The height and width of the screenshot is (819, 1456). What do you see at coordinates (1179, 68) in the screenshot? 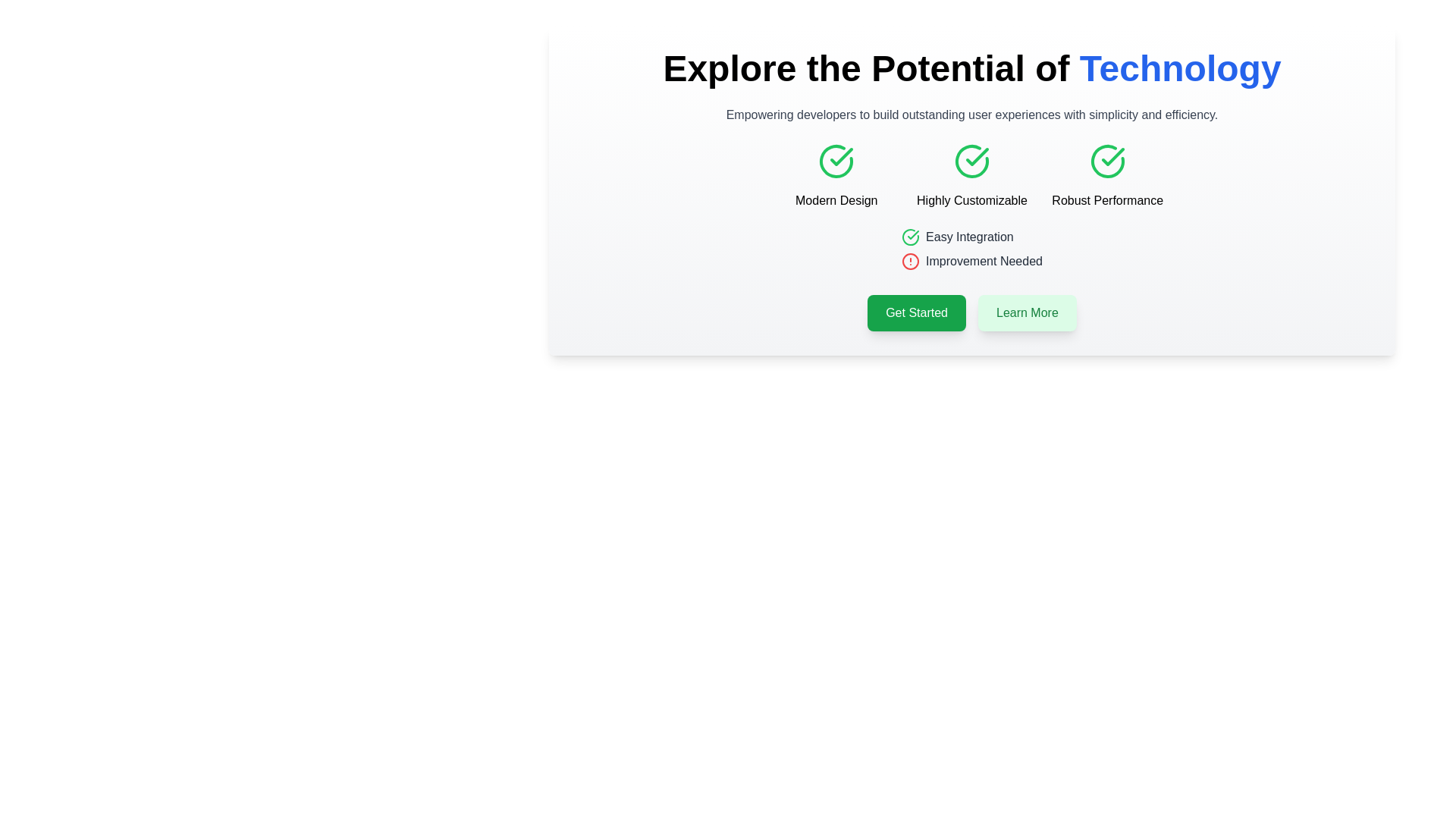
I see `the bold blue text element reading 'Technology'` at bounding box center [1179, 68].